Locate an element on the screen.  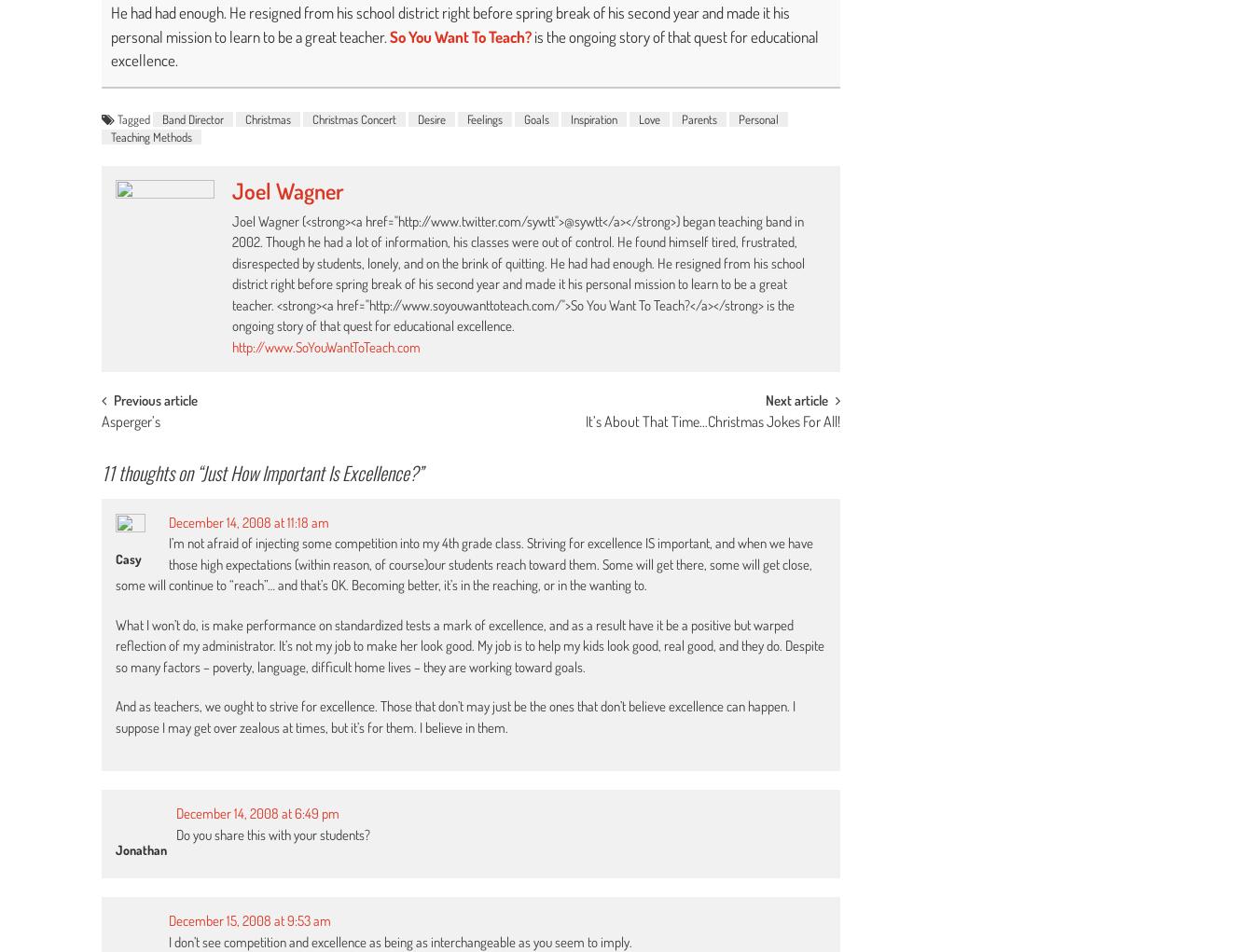
'Casy' is located at coordinates (128, 558).